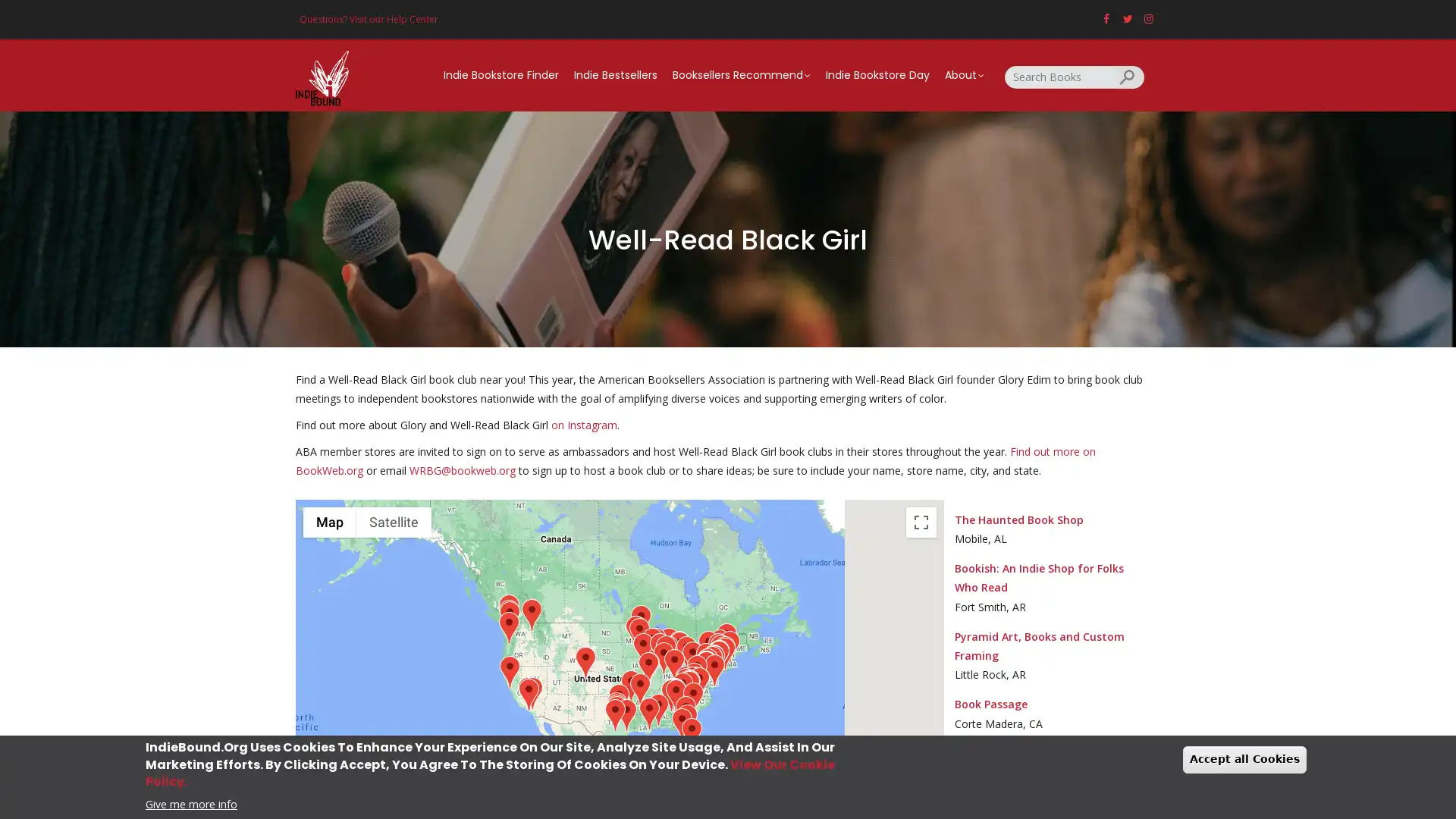 This screenshot has height=819, width=1456. Describe the element at coordinates (1244, 759) in the screenshot. I see `Accept all Cookies` at that location.